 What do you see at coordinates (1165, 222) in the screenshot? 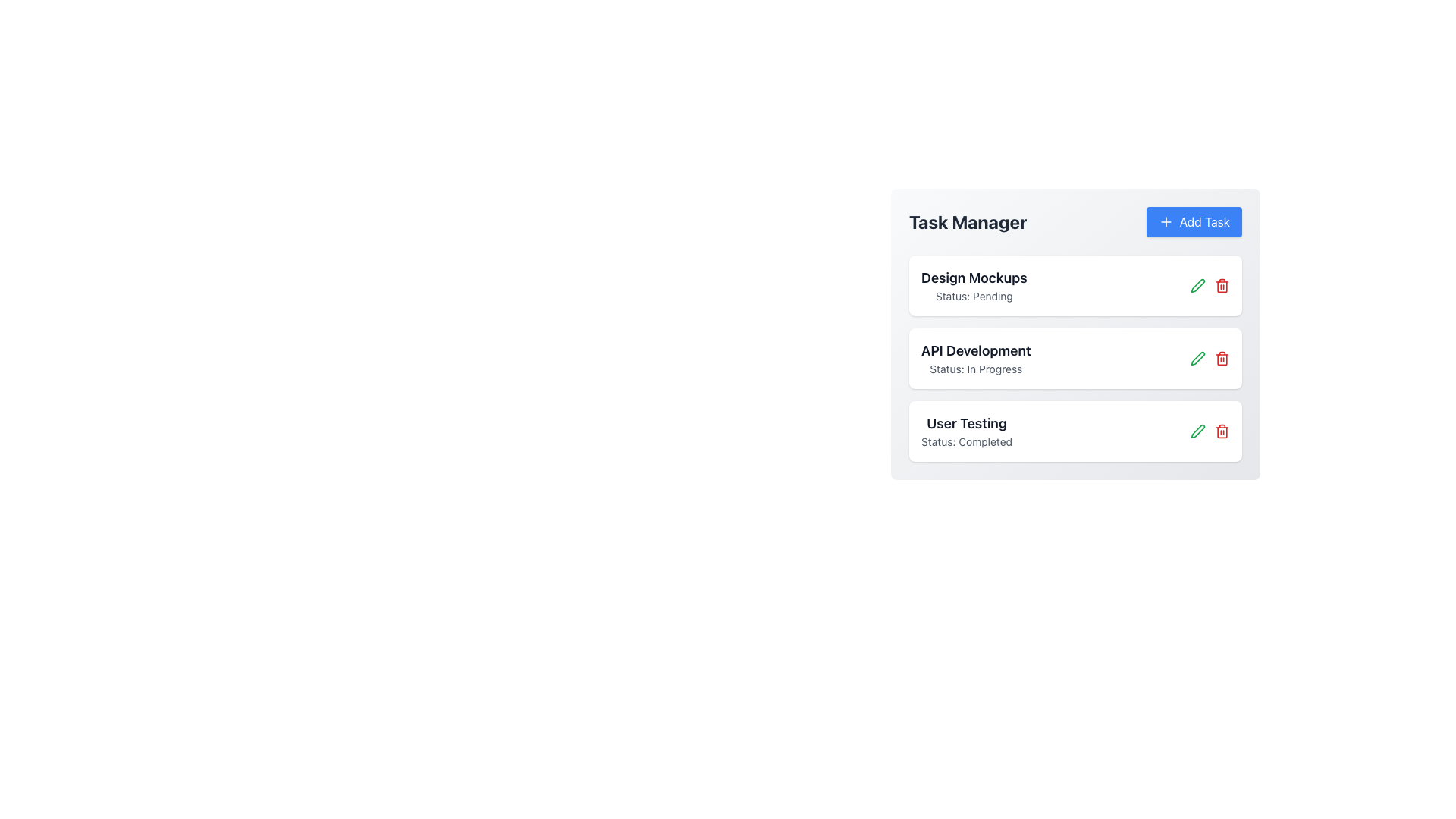
I see `the plus icon located within the 'Add Task' button in the top-right corner of the Task Manager interface` at bounding box center [1165, 222].